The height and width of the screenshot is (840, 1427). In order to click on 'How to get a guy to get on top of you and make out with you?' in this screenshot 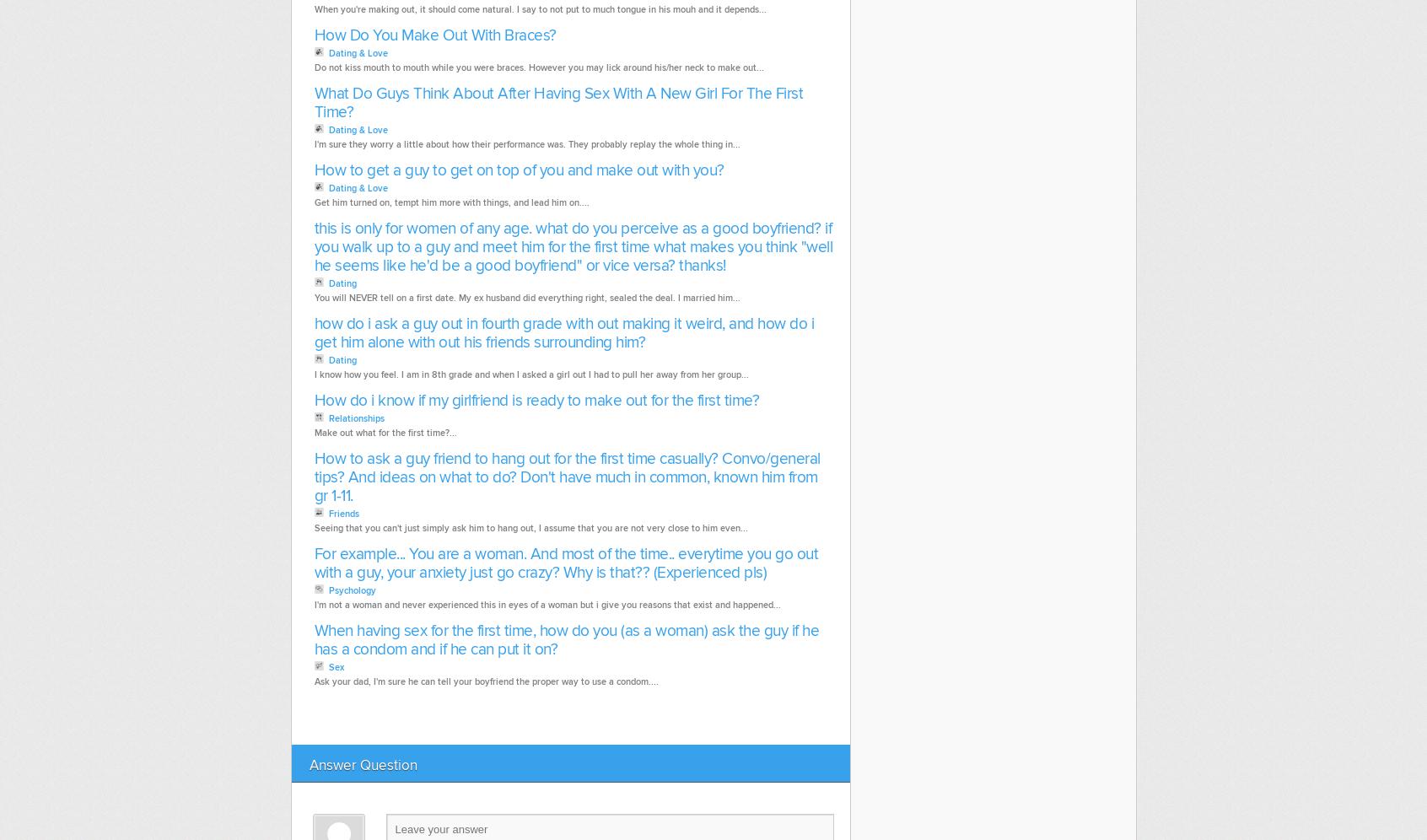, I will do `click(518, 170)`.